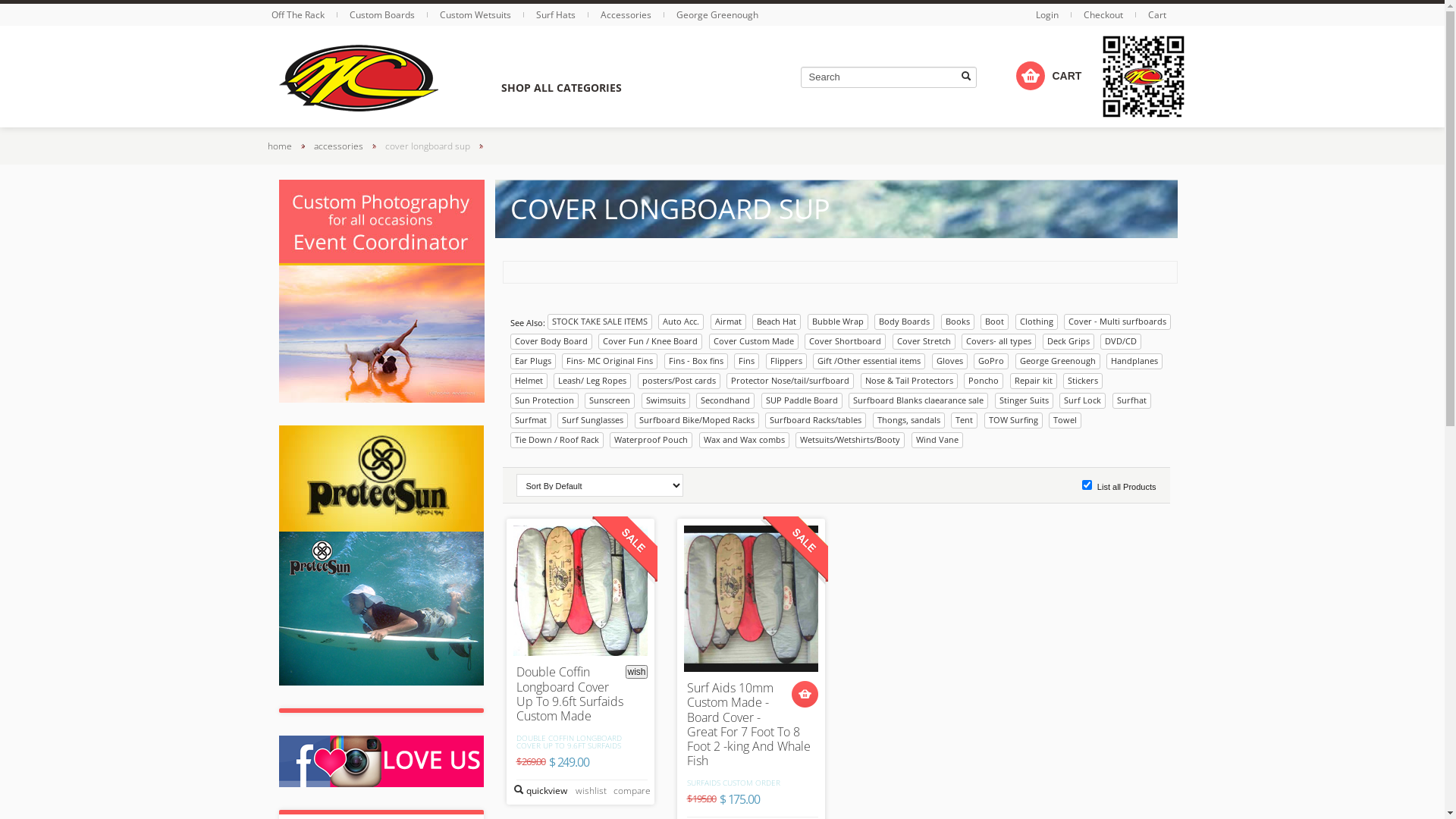  I want to click on 'Custom Boards', so click(382, 14).